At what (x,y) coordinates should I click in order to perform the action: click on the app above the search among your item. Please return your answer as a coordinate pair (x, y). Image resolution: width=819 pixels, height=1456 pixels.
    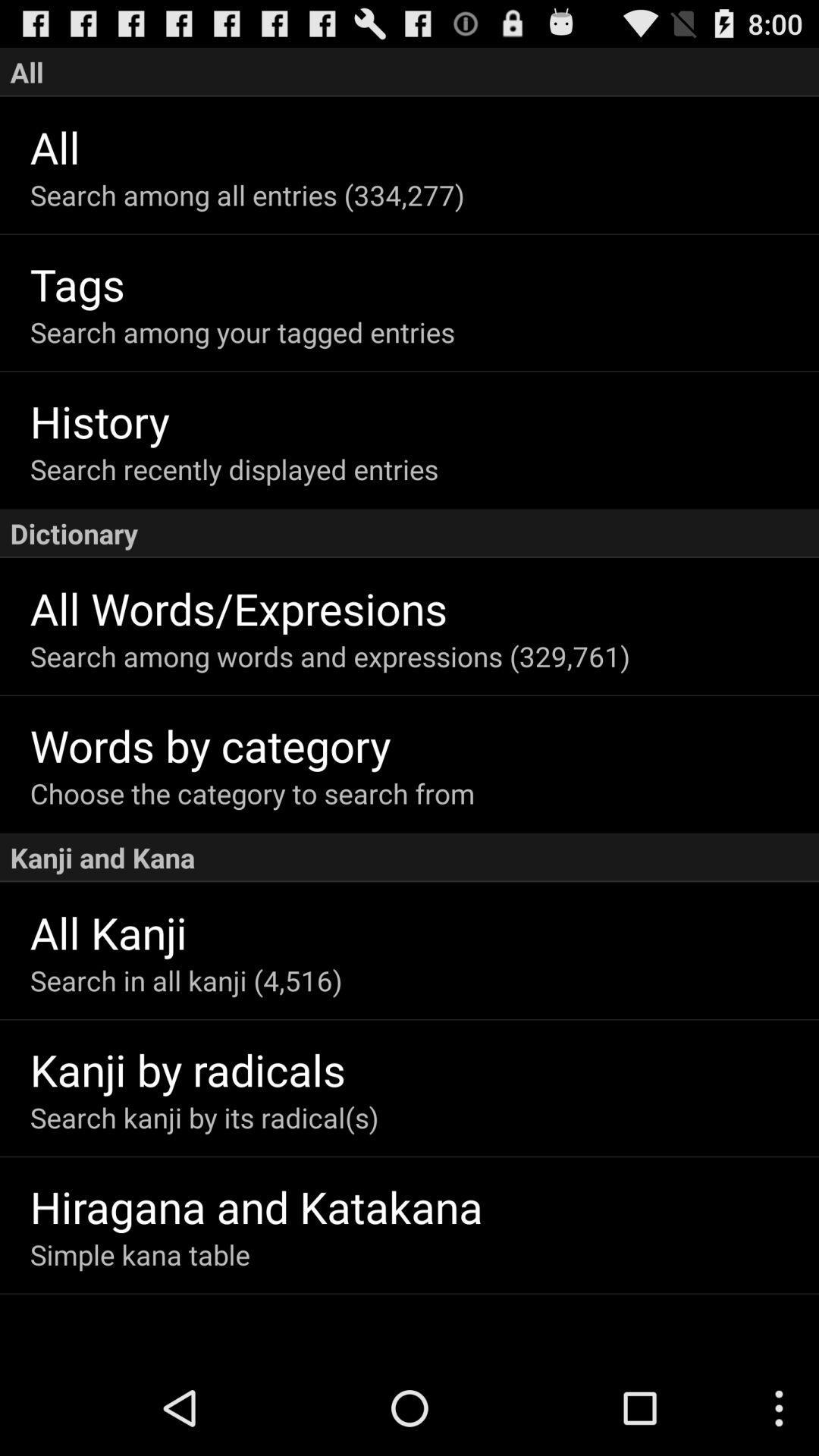
    Looking at the image, I should click on (424, 284).